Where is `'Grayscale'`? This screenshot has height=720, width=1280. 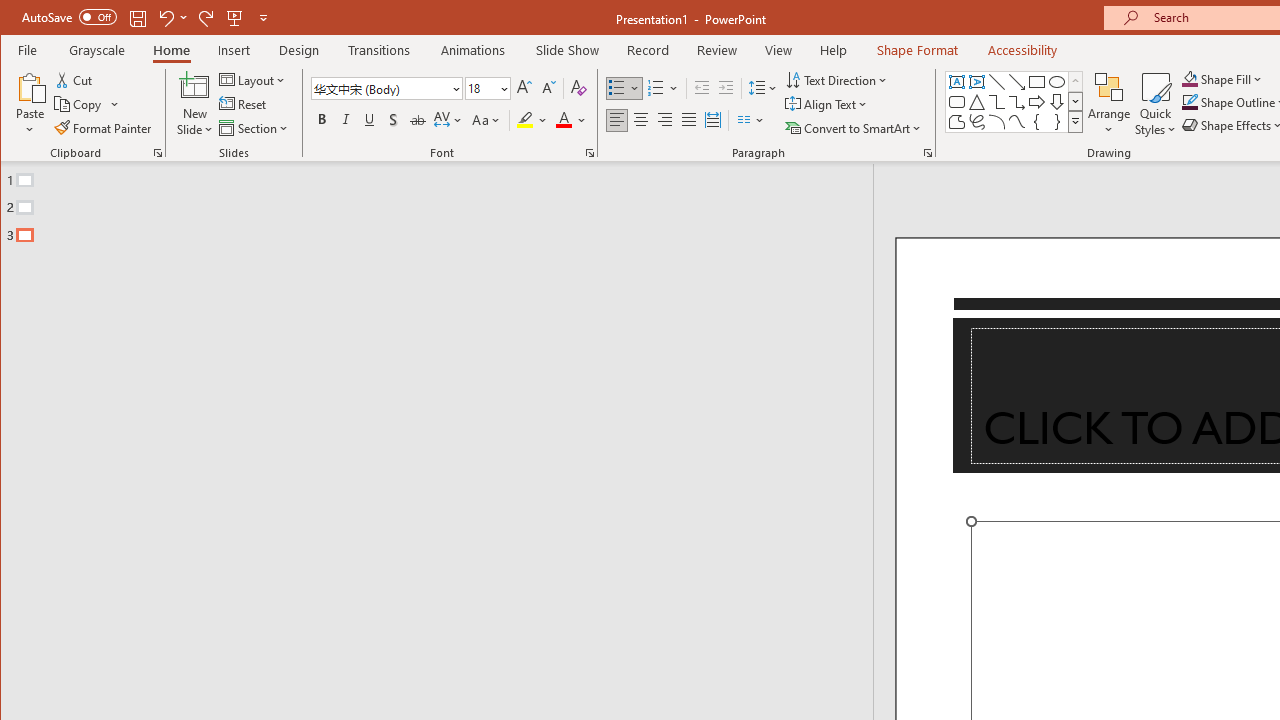
'Grayscale' is located at coordinates (96, 49).